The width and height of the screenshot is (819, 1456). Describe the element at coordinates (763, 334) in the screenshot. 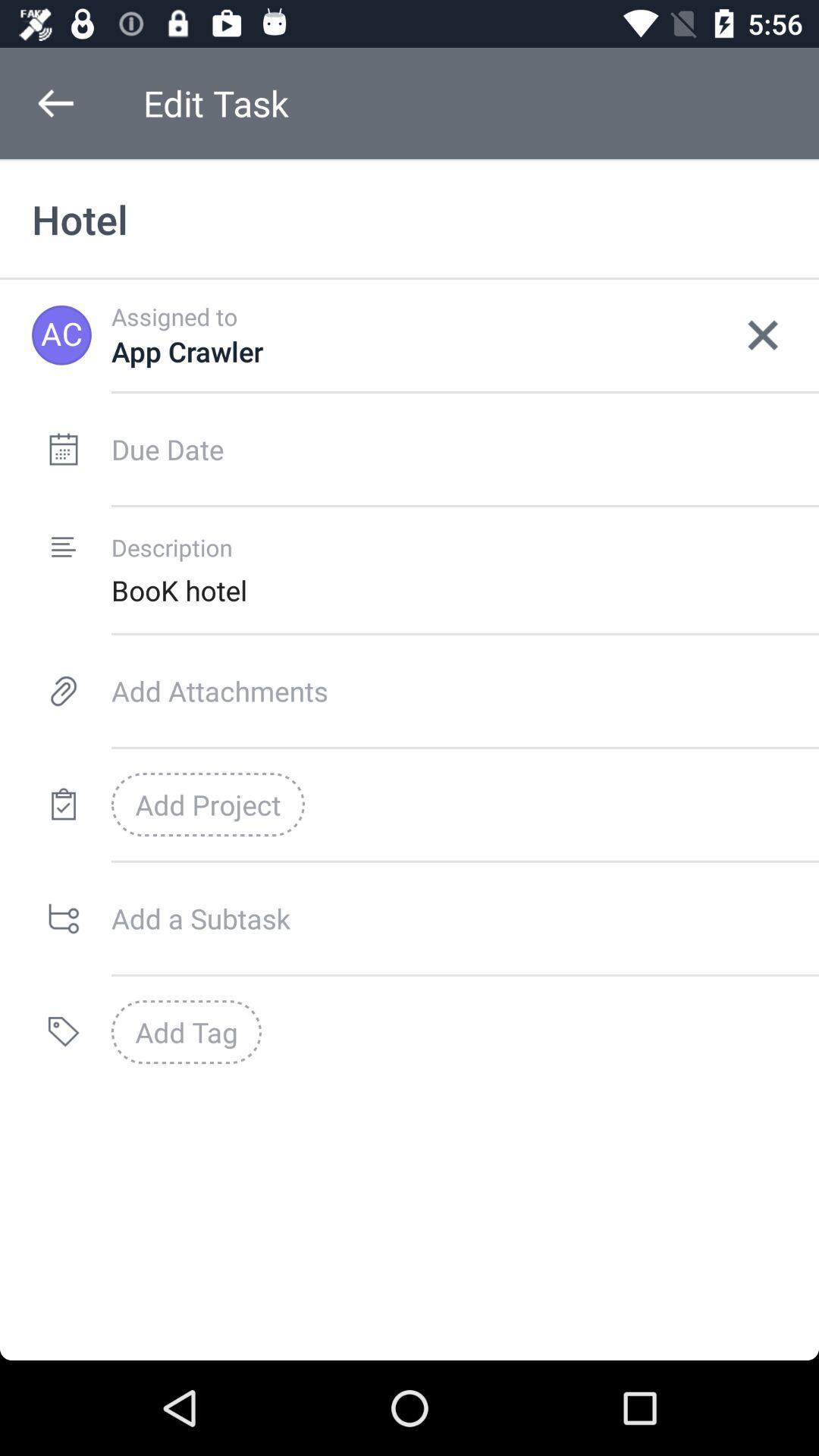

I see `the item above book hotel icon` at that location.